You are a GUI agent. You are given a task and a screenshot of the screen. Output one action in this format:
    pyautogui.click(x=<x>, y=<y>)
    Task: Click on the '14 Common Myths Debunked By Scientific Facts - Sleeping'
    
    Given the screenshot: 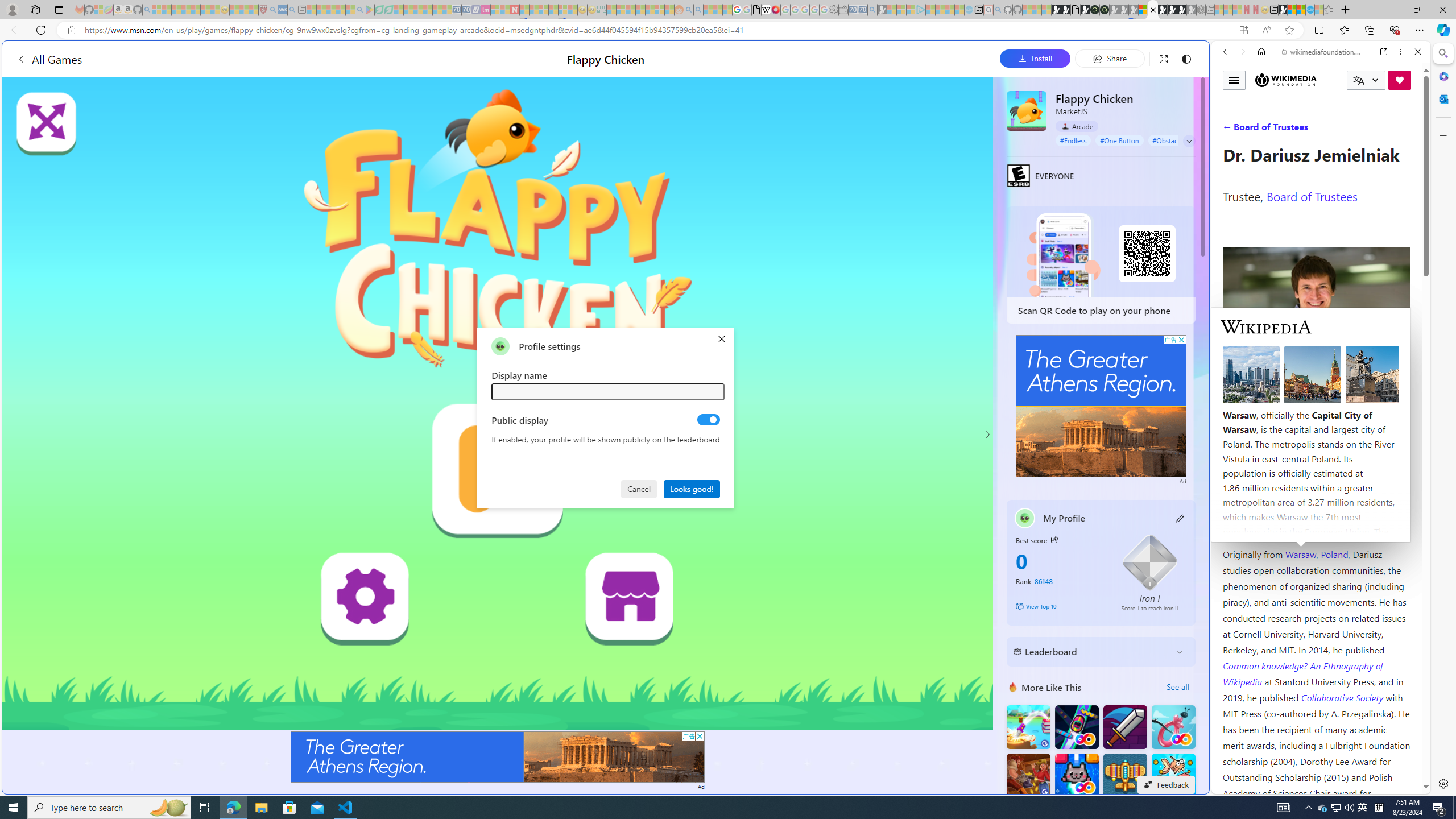 What is the action you would take?
    pyautogui.click(x=533, y=9)
    